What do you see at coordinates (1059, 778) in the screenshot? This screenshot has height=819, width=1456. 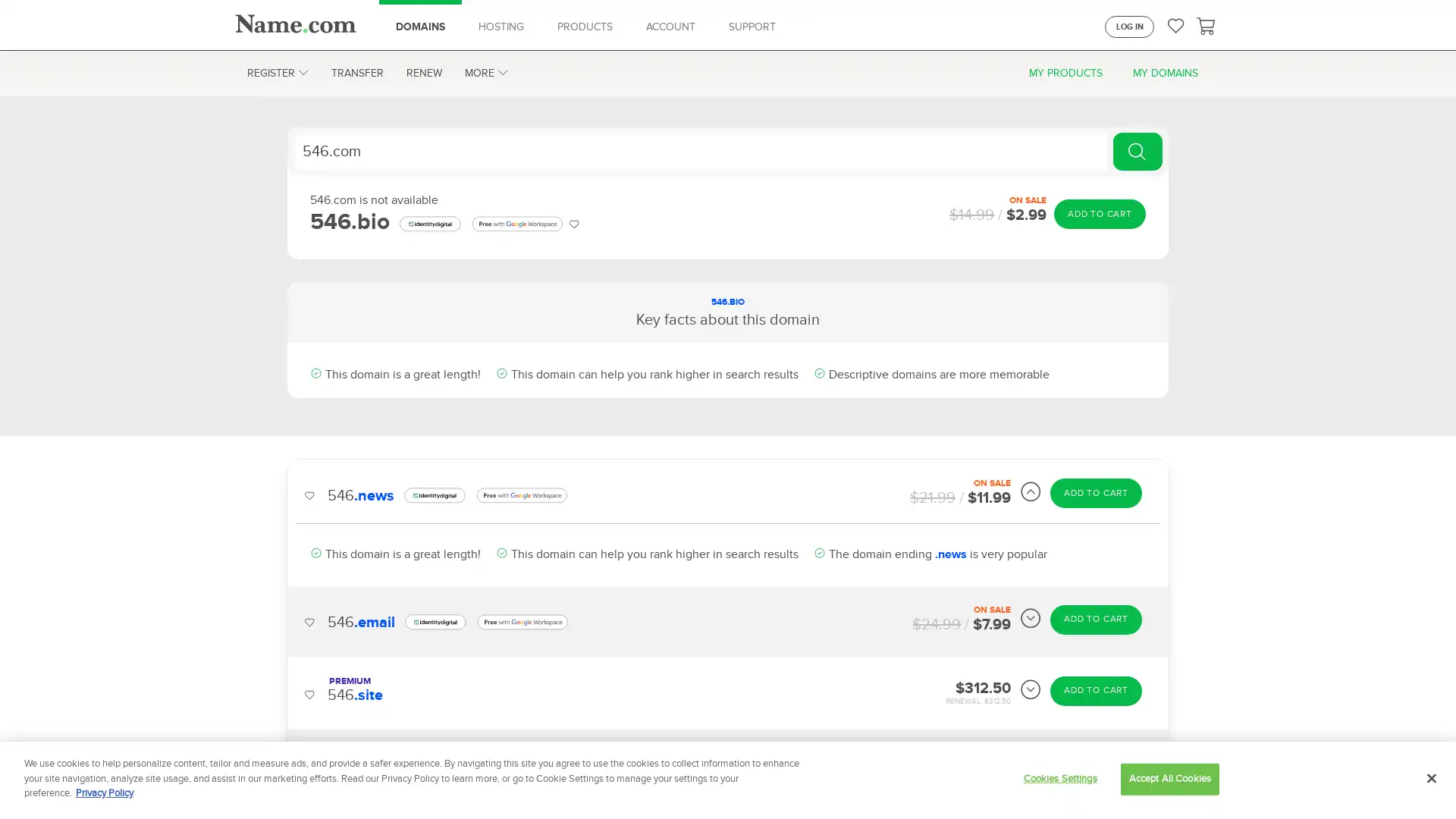 I see `Cookies Settings` at bounding box center [1059, 778].